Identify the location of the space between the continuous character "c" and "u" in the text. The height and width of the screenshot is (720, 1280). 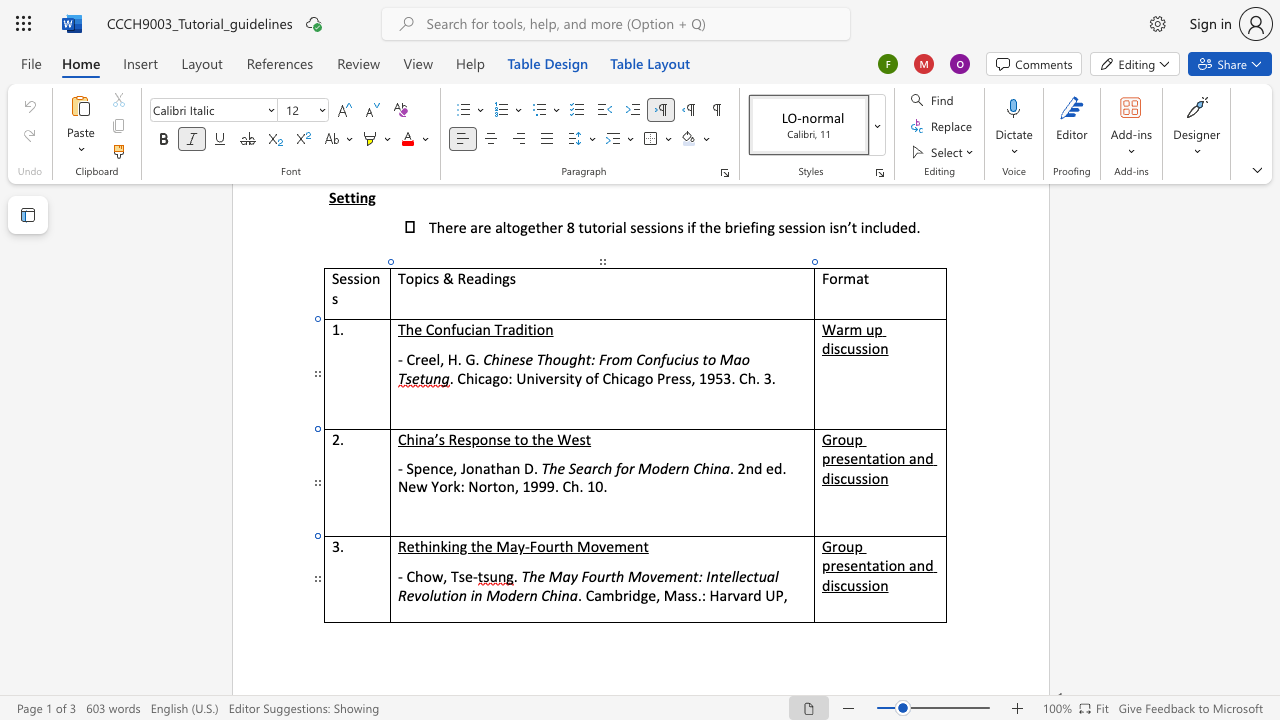
(847, 585).